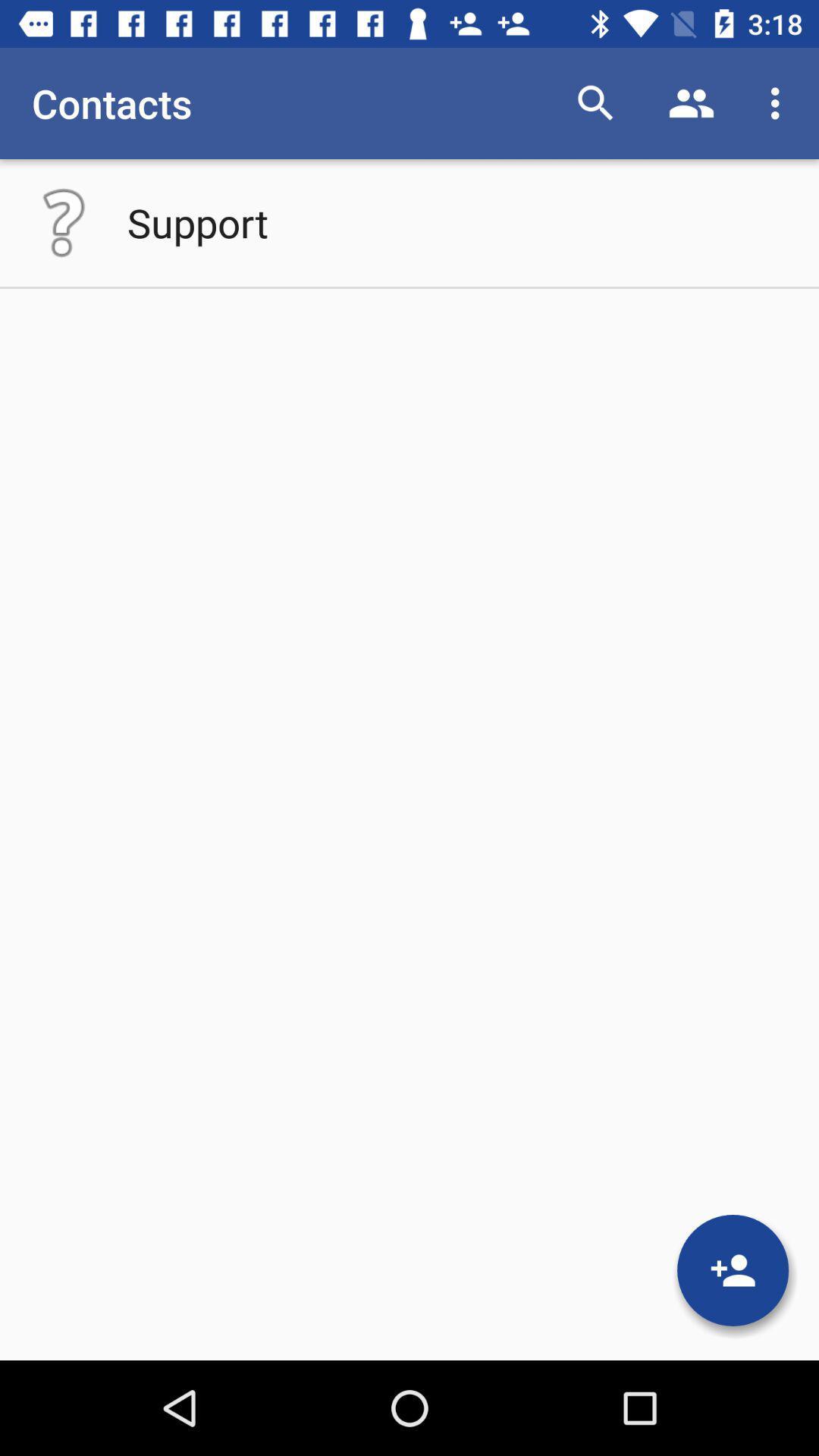 The height and width of the screenshot is (1456, 819). Describe the element at coordinates (595, 102) in the screenshot. I see `item next to the contacts item` at that location.